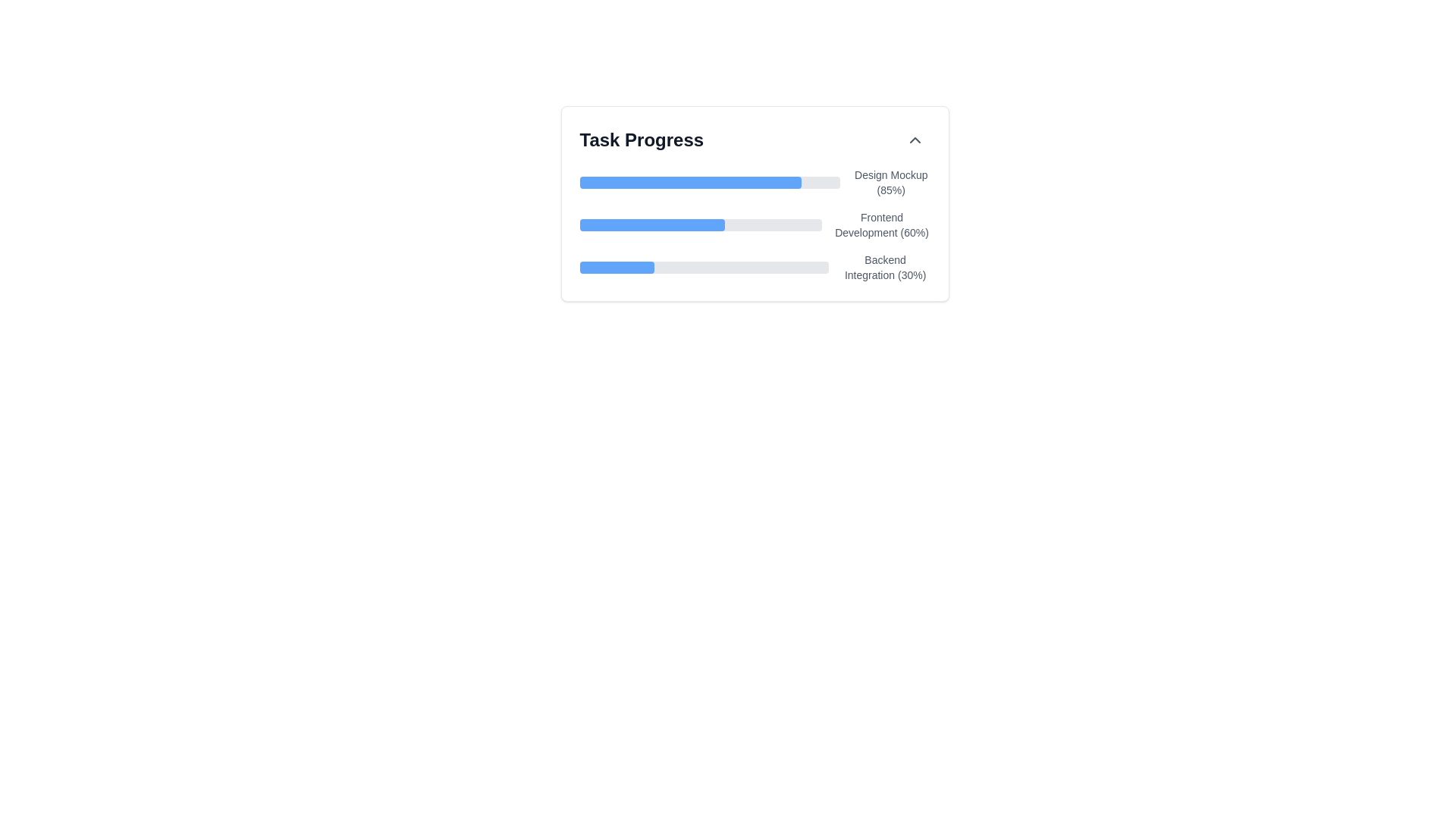 Image resolution: width=1456 pixels, height=819 pixels. What do you see at coordinates (755, 140) in the screenshot?
I see `the 'Task Progress' header element for keyboard navigation` at bounding box center [755, 140].